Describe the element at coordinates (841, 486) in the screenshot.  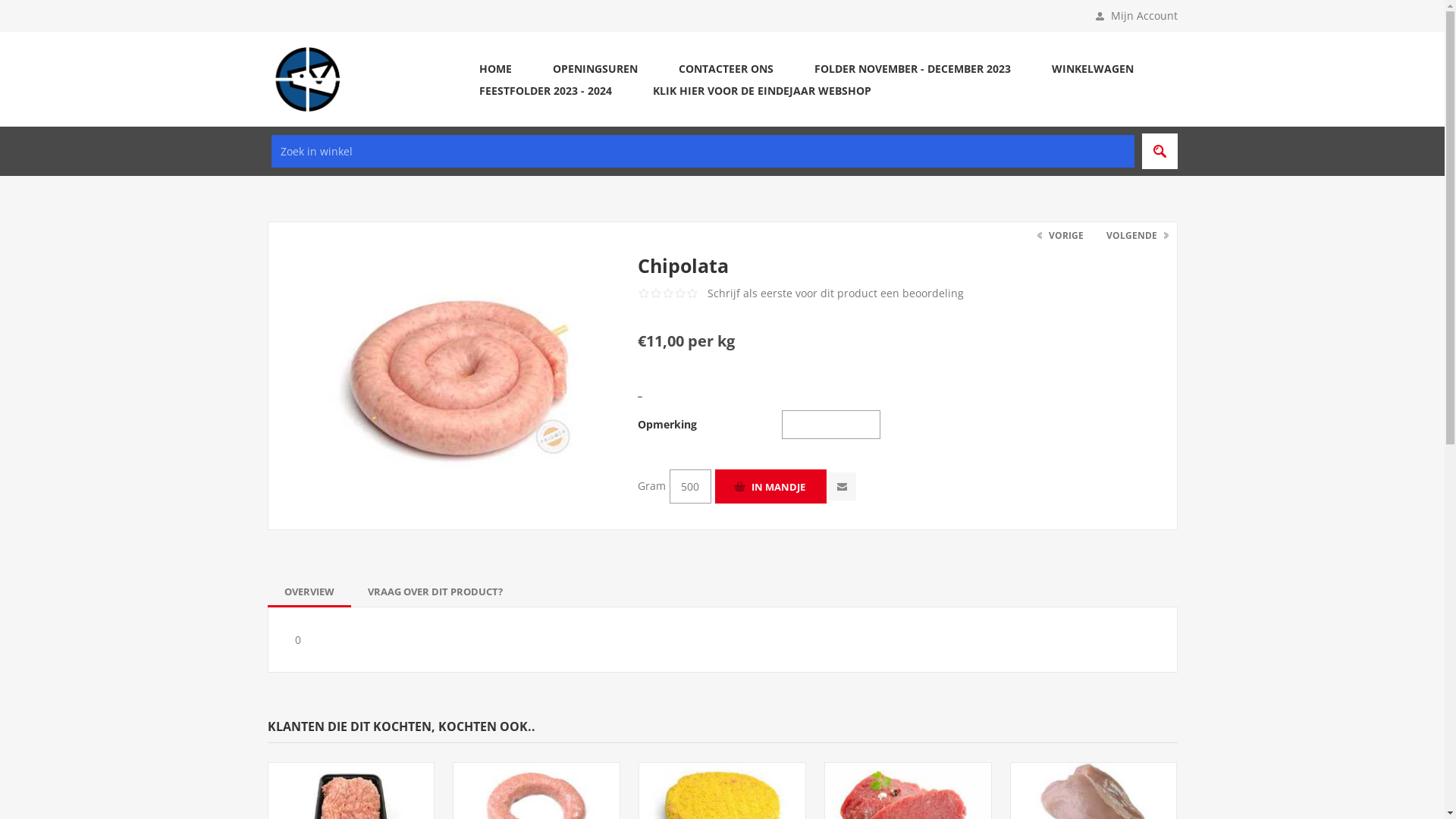
I see `'E-mail een vriend'` at that location.